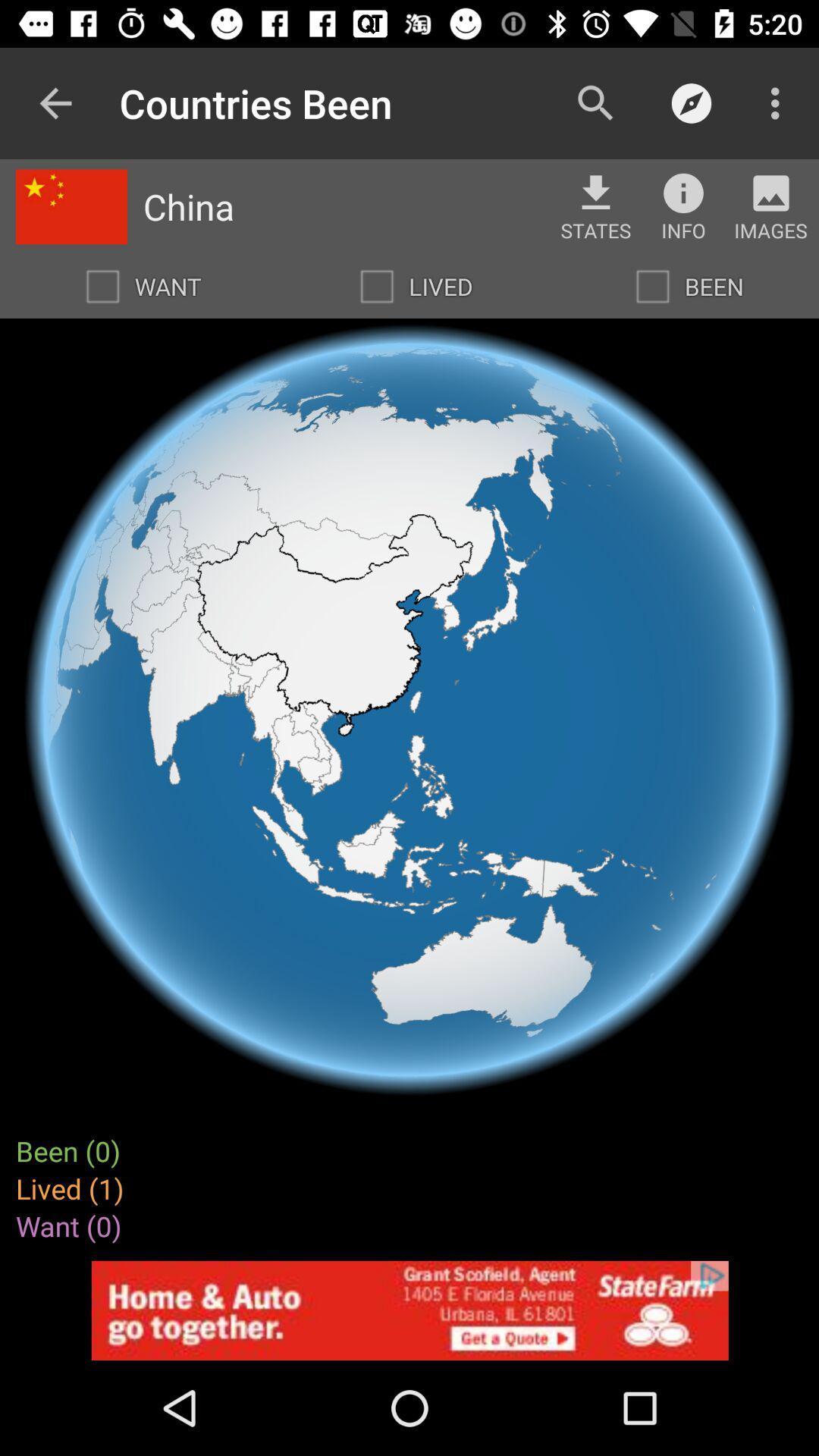  I want to click on want option, so click(102, 287).